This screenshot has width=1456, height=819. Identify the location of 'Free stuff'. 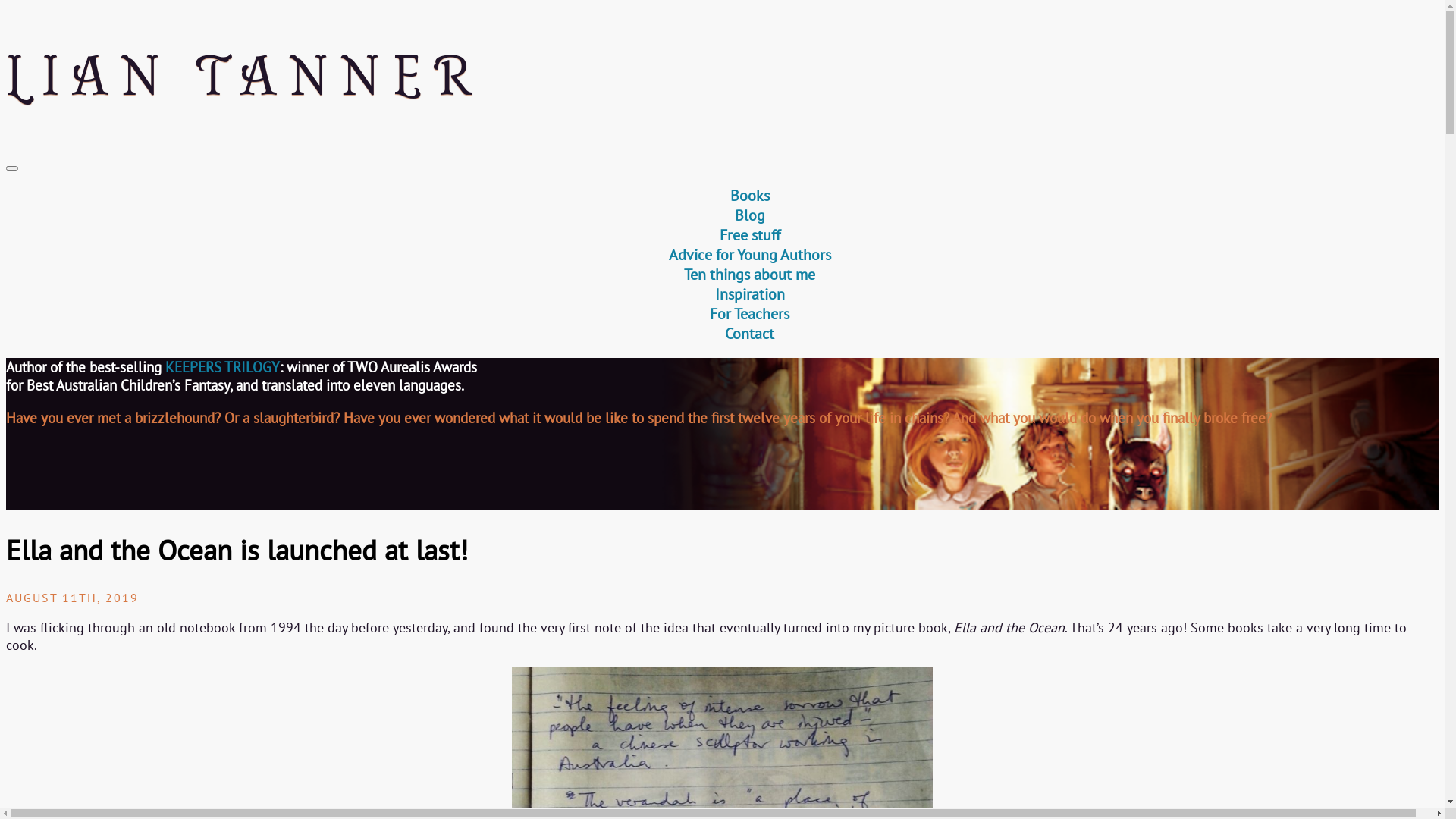
(718, 234).